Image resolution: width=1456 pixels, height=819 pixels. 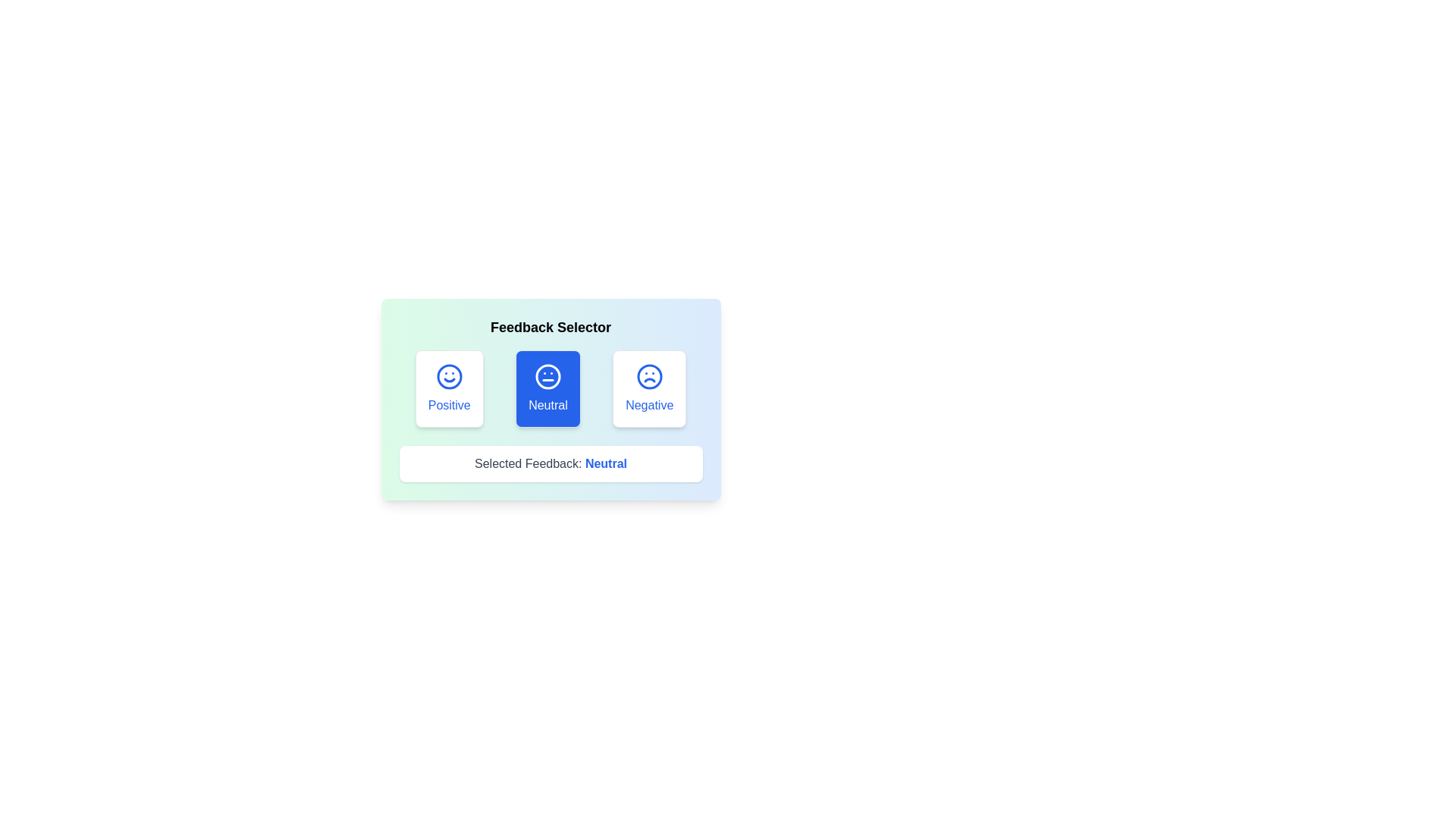 What do you see at coordinates (649, 388) in the screenshot?
I see `the button labeled Negative to observe its hover effect` at bounding box center [649, 388].